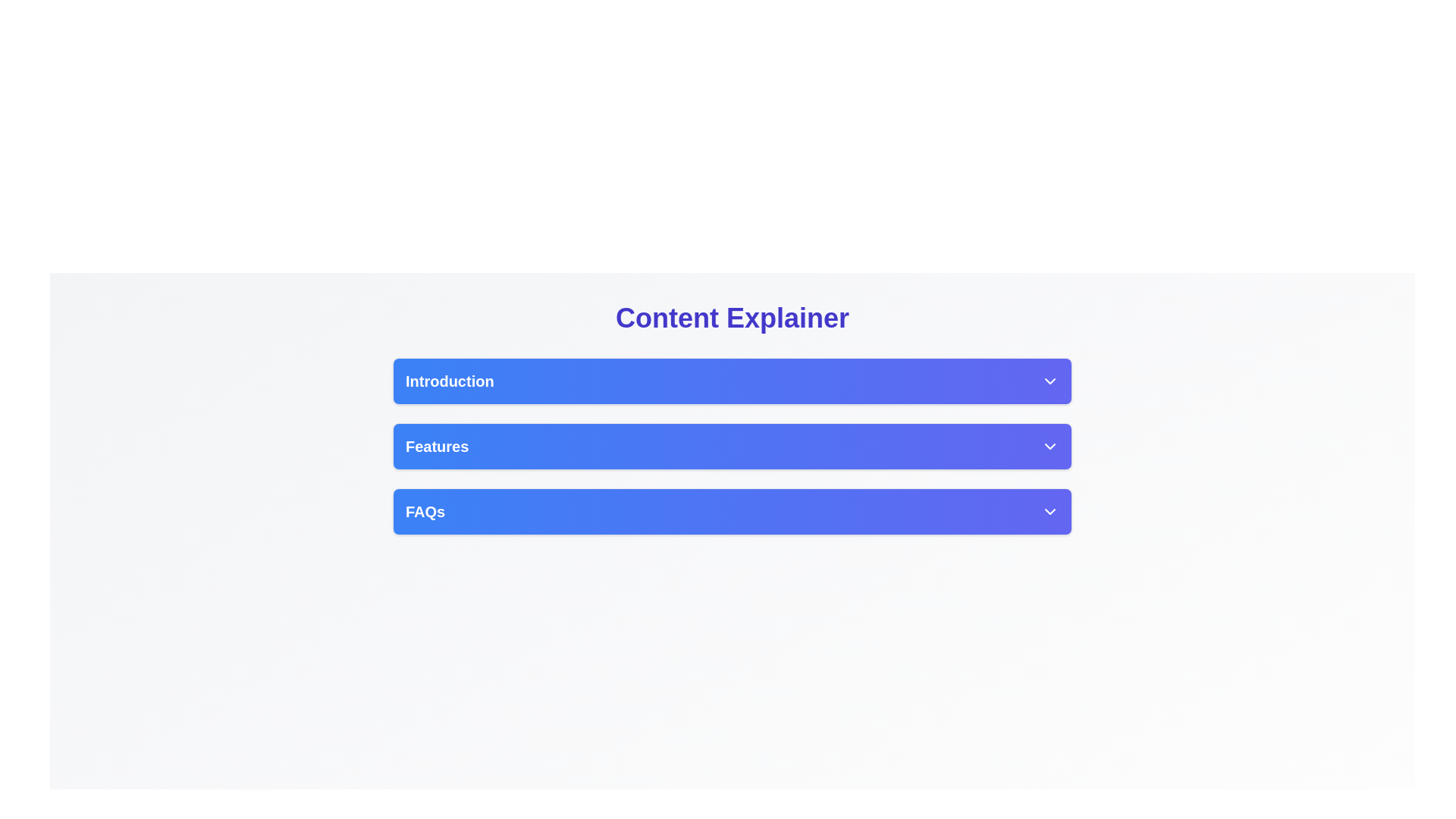 The width and height of the screenshot is (1456, 819). Describe the element at coordinates (425, 512) in the screenshot. I see `the Text Label element displaying 'FAQs', which is styled with a blue gradient background and located at the bottom of a list of items` at that location.